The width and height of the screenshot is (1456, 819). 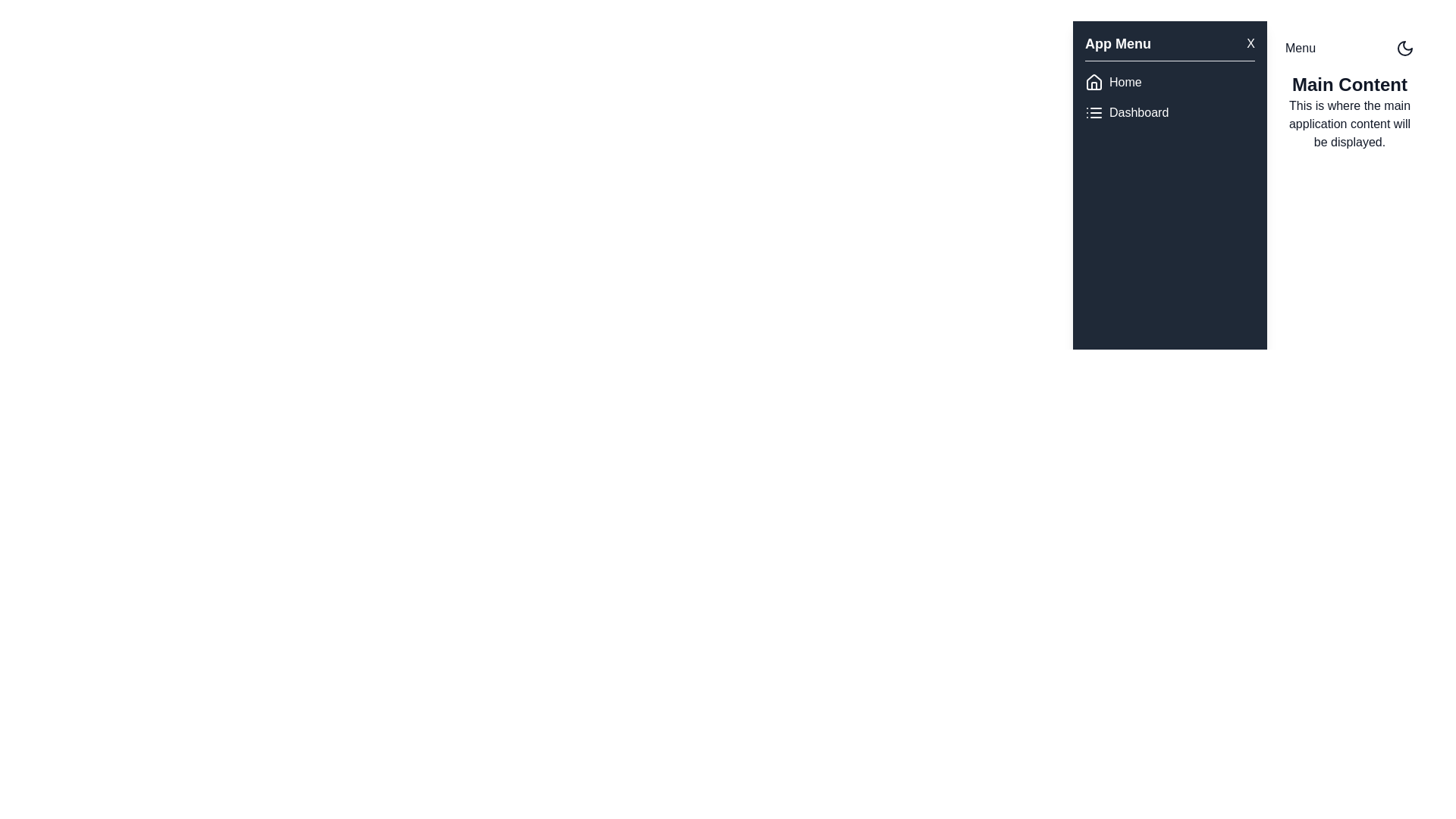 I want to click on the 'Menu' text label located in the top-right corner of the application, so click(x=1299, y=48).